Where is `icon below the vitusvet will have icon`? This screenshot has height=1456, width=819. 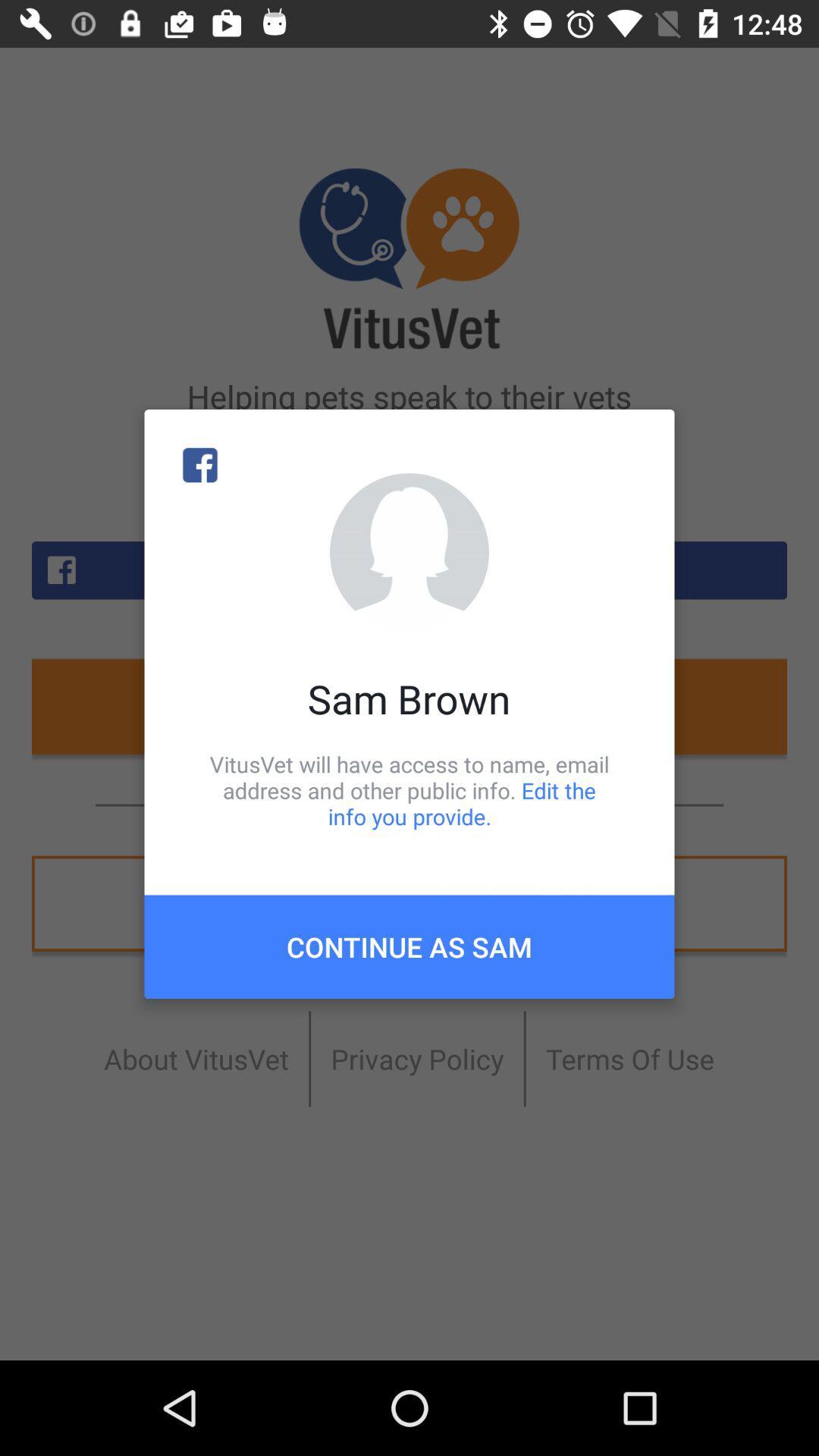 icon below the vitusvet will have icon is located at coordinates (409, 946).